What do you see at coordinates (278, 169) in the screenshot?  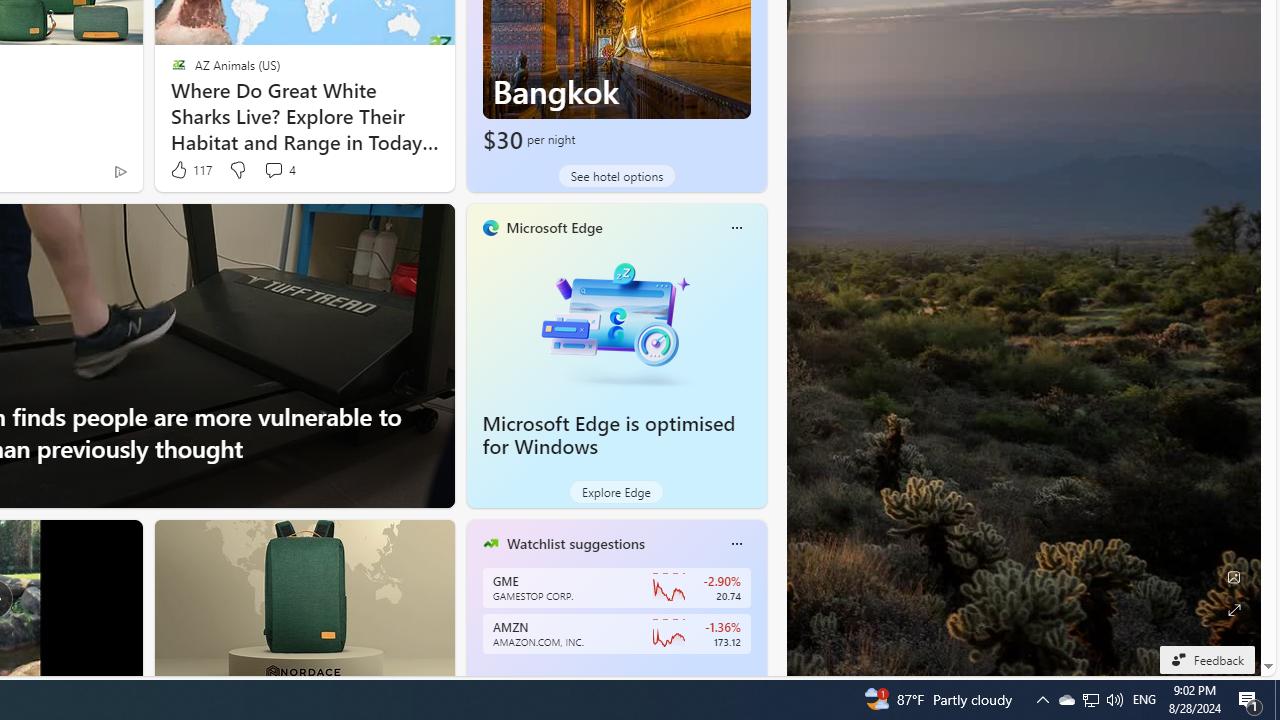 I see `'View comments 4 Comment'` at bounding box center [278, 169].